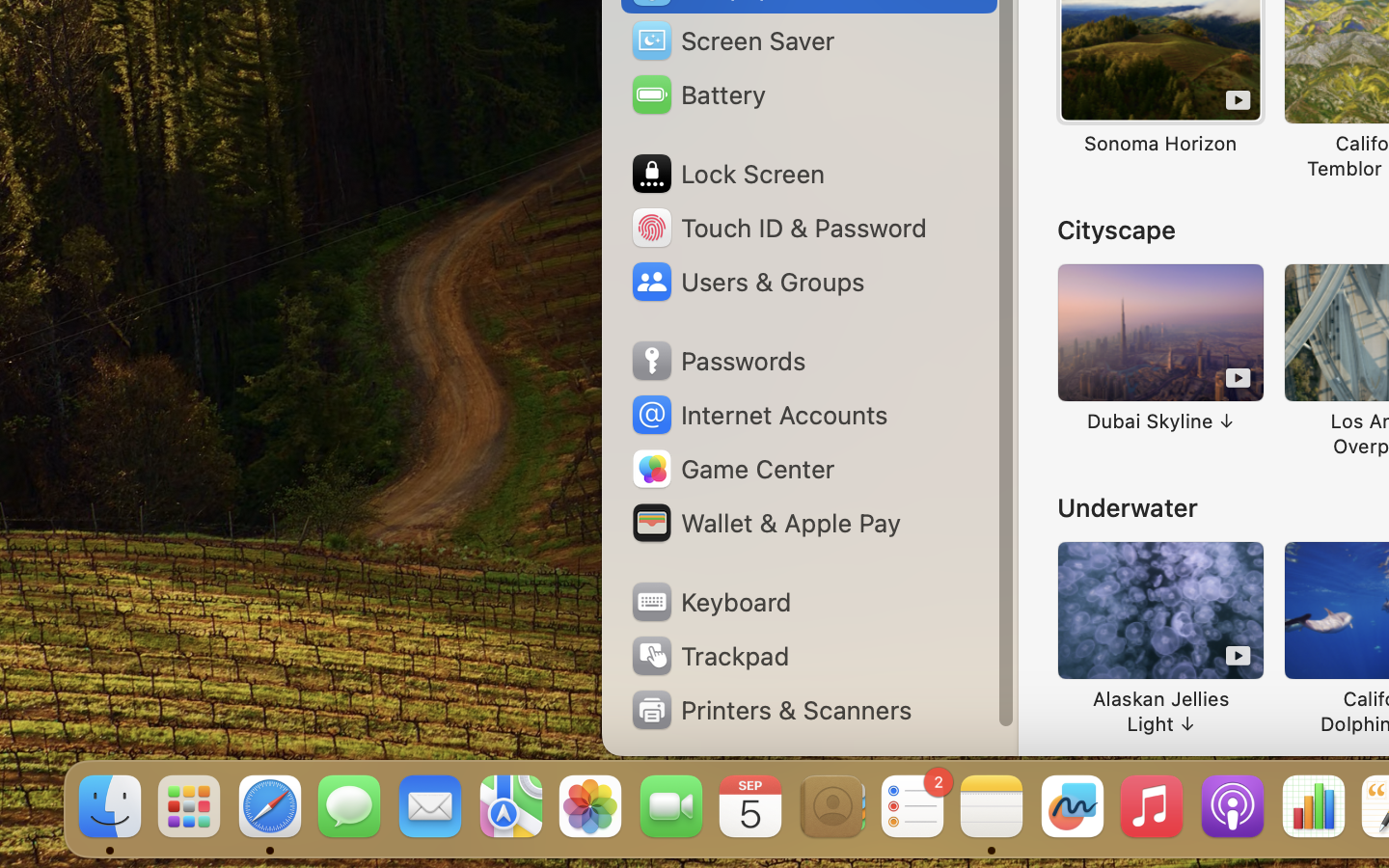  What do you see at coordinates (746, 280) in the screenshot?
I see `'Users & Groups'` at bounding box center [746, 280].